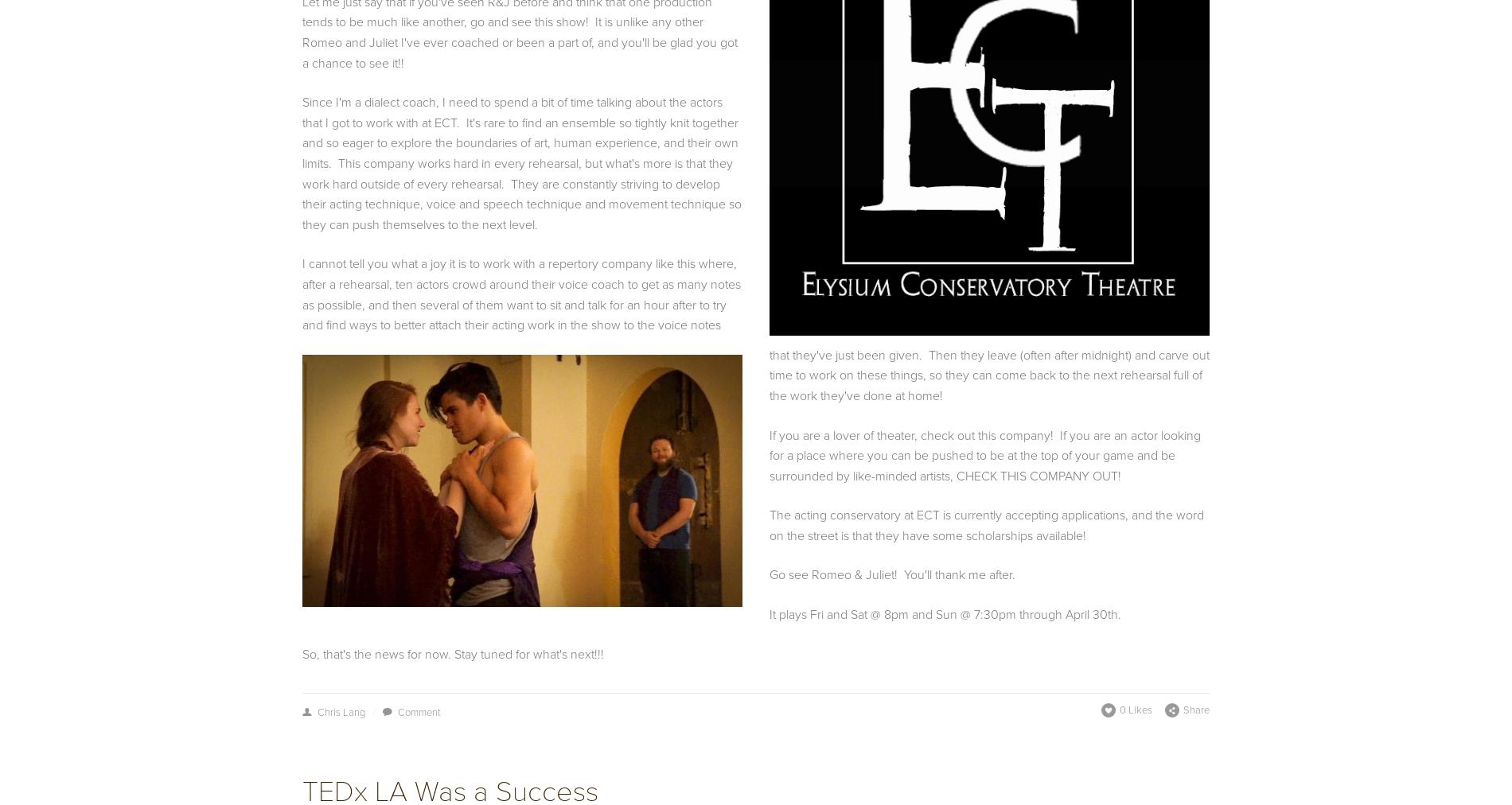 This screenshot has width=1512, height=805. What do you see at coordinates (302, 163) in the screenshot?
I see `'Since I'm a dialect coach, I need to spend a bit of time talking about the actors that I got to work with at ECT.  It's rare to find an ensemble so tightly knit together and so eager to explore the boundaries of art, human experience, and their own limits.  This company works hard in every rehearsal, but what's more is that they work hard outside of every rehearsal.  They are constantly striving to develop their acting technique, voice and speech technique and movement technique so they can push themselves to the next level.'` at bounding box center [302, 163].